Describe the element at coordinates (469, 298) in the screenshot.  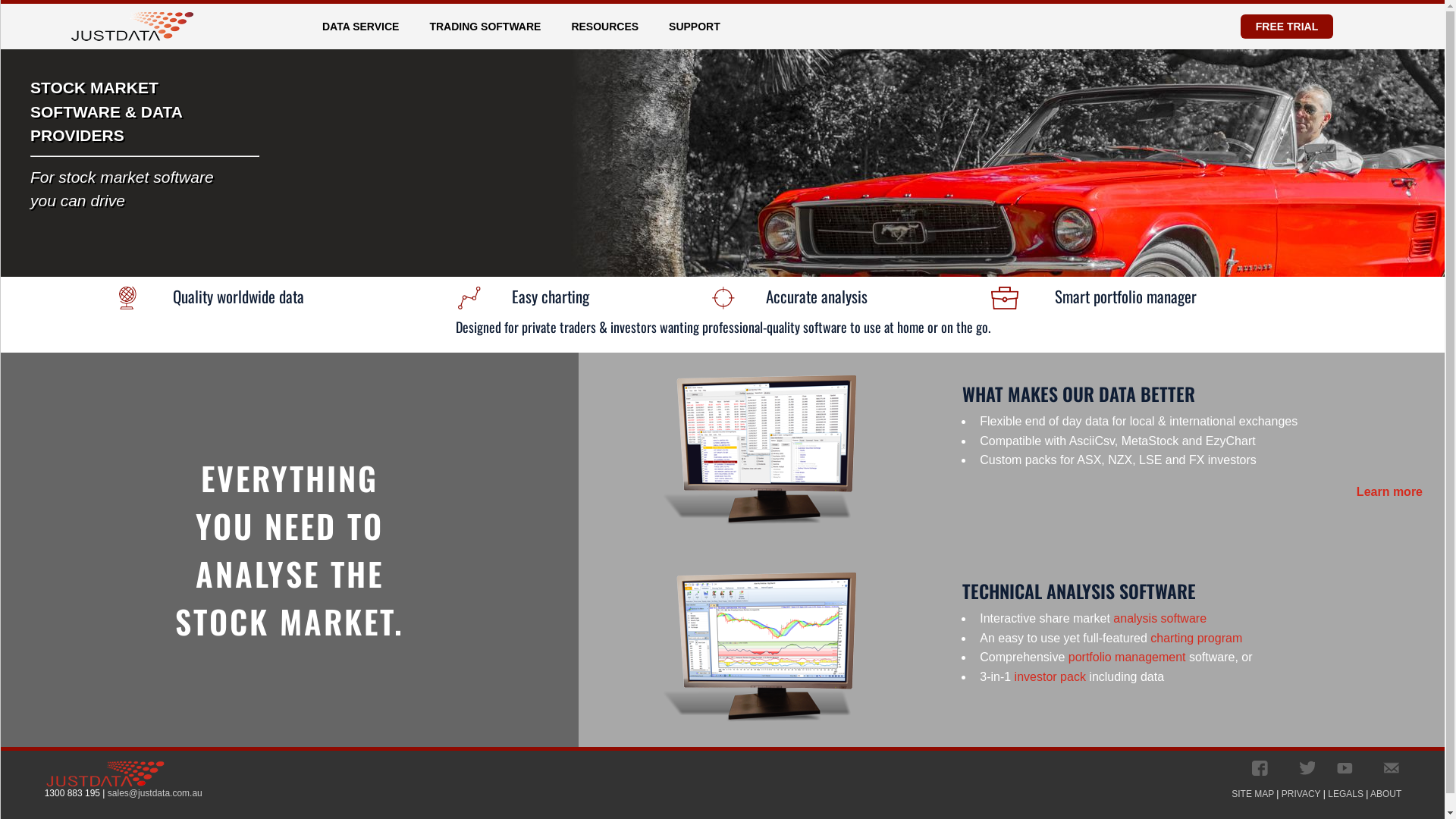
I see `'Easy Charting'` at that location.